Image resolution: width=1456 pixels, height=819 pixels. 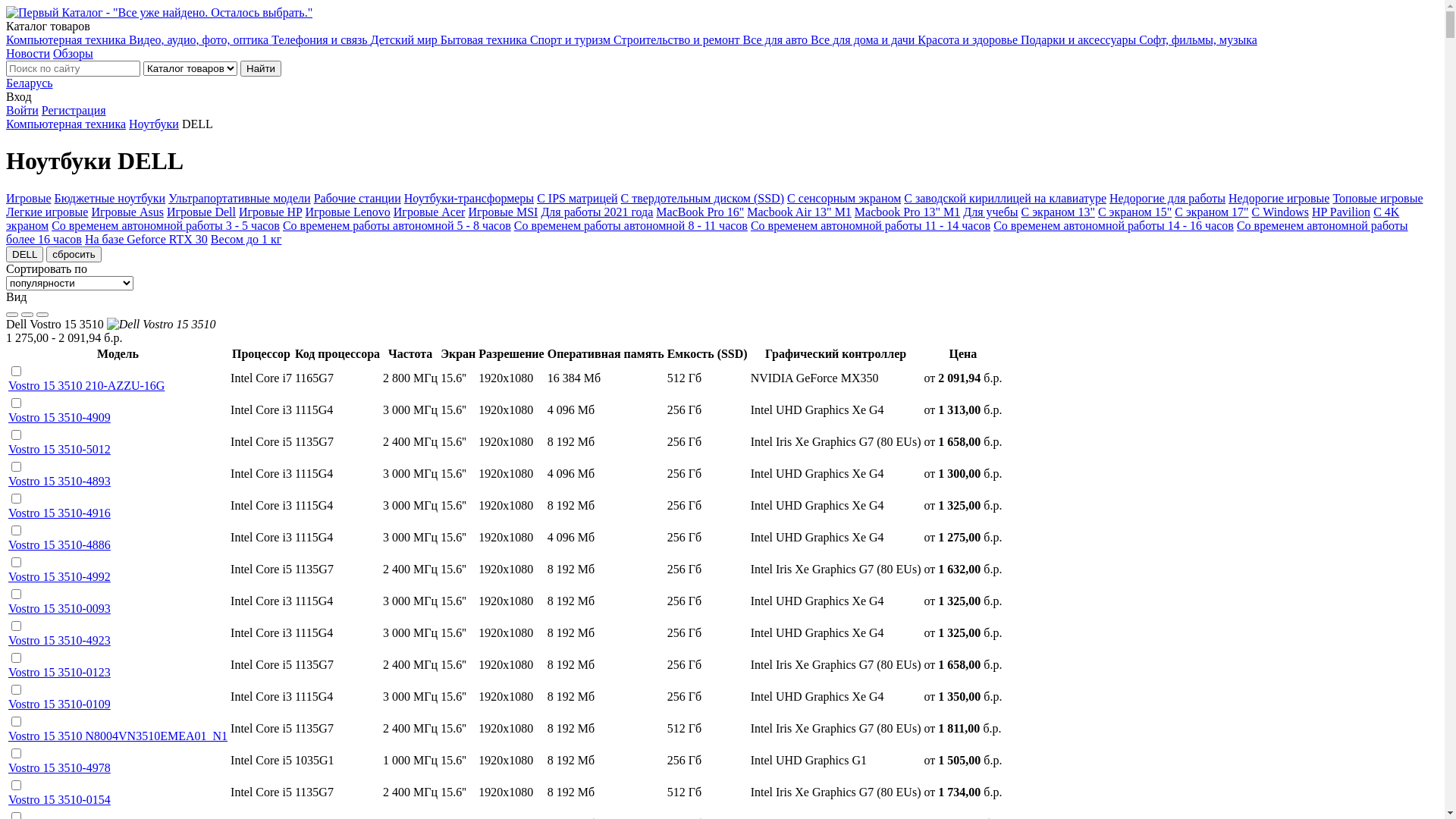 What do you see at coordinates (59, 640) in the screenshot?
I see `'Vostro 15 3510-4923'` at bounding box center [59, 640].